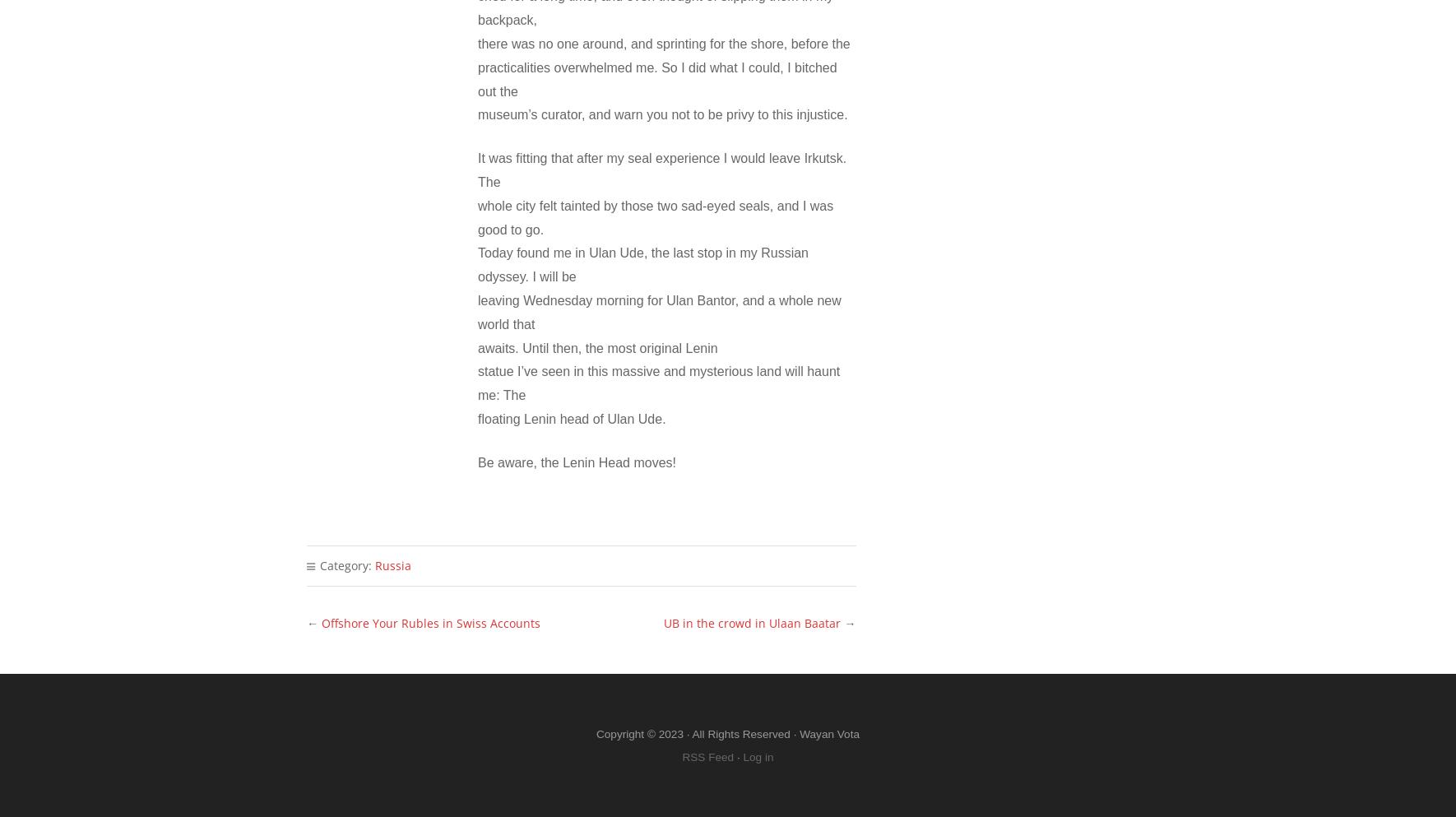  I want to click on 'awaits. Until then, the most original Lenin', so click(477, 347).